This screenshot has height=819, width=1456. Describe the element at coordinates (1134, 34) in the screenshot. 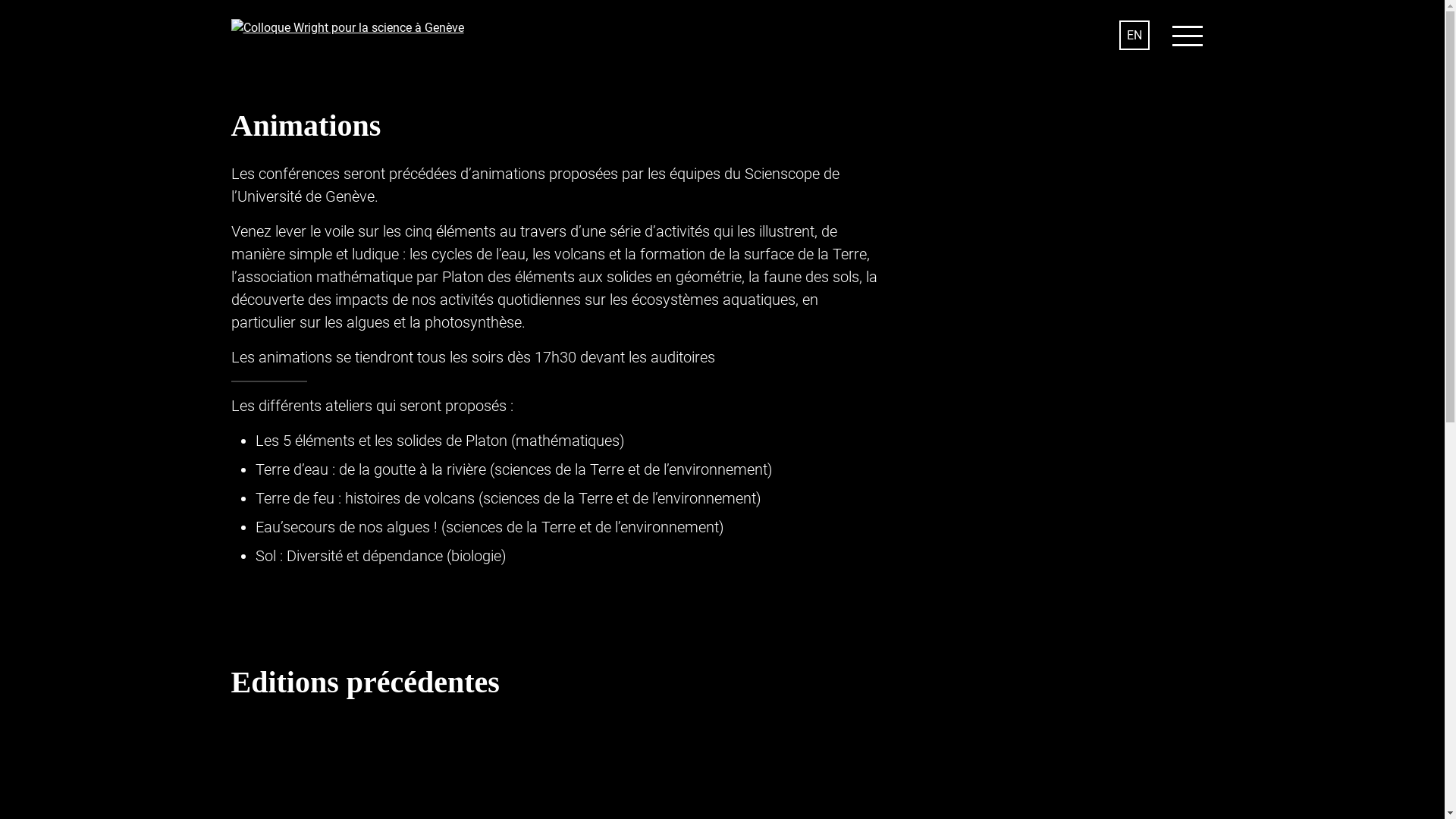

I see `'EN'` at that location.